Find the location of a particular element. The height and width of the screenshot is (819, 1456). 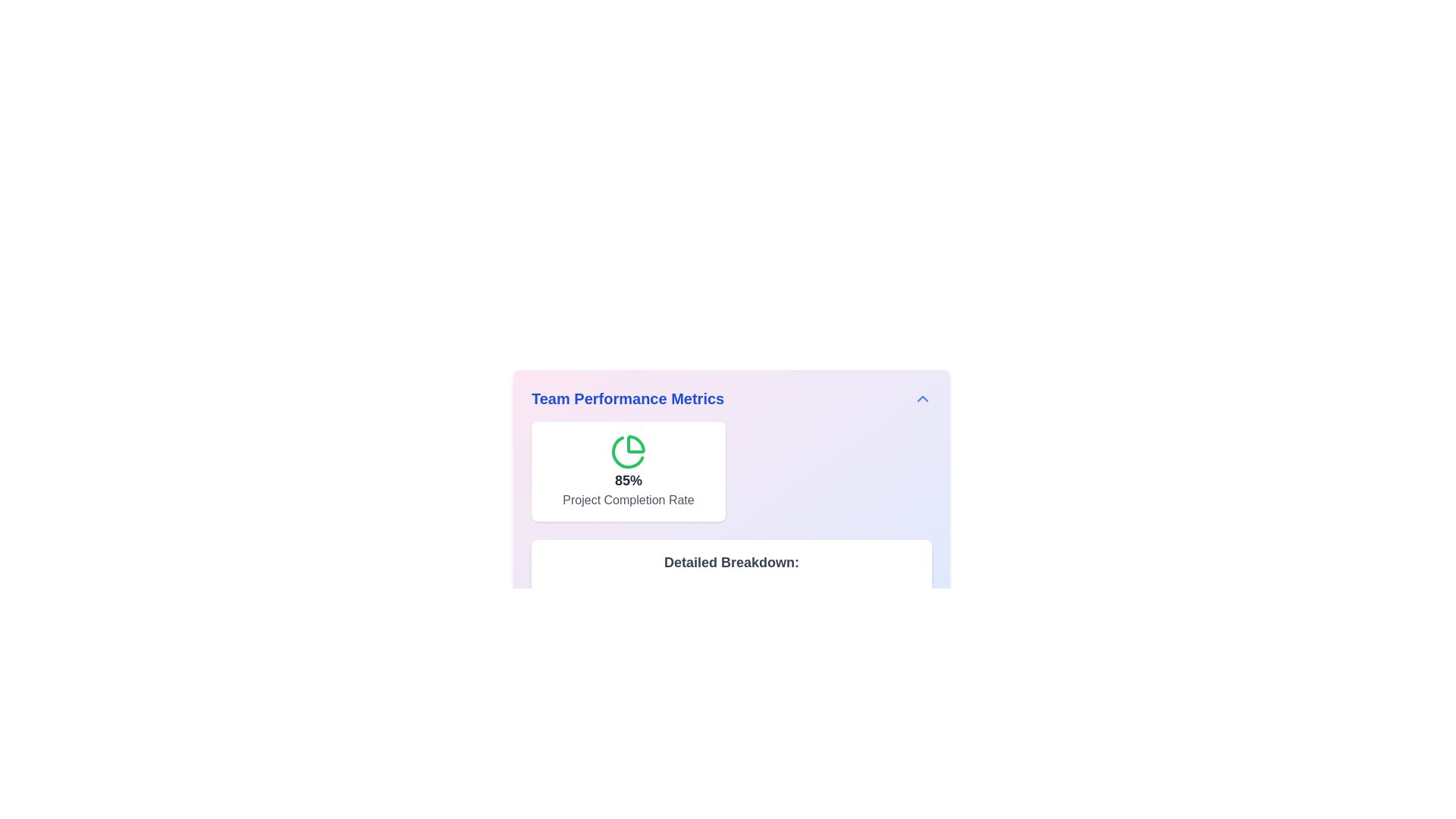

the pie chart icon with a green outline located in the top center area of the 'Team Performance Metrics' card, positioned directly above the '85%' text is located at coordinates (629, 451).